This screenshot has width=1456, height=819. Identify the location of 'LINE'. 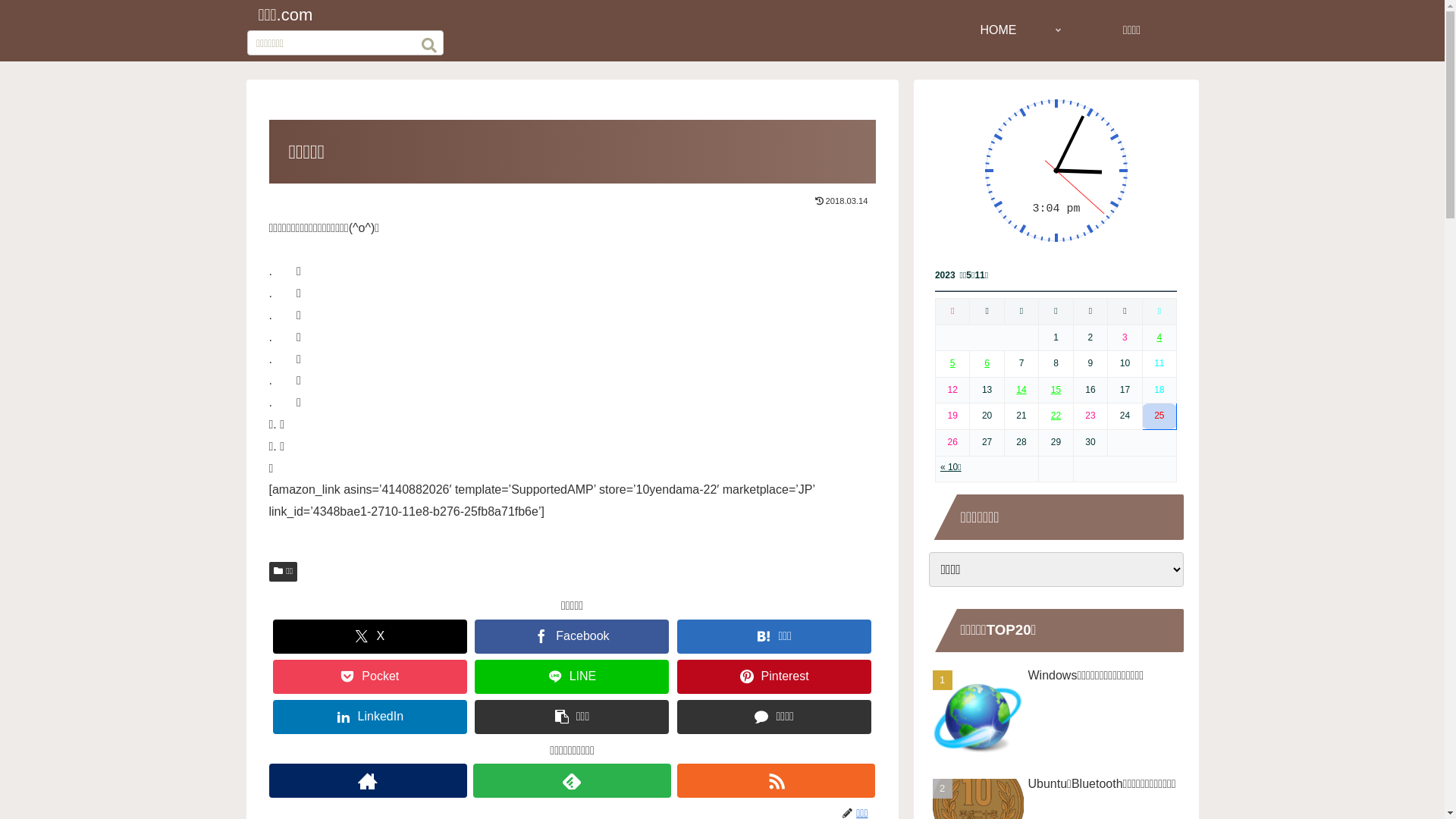
(570, 676).